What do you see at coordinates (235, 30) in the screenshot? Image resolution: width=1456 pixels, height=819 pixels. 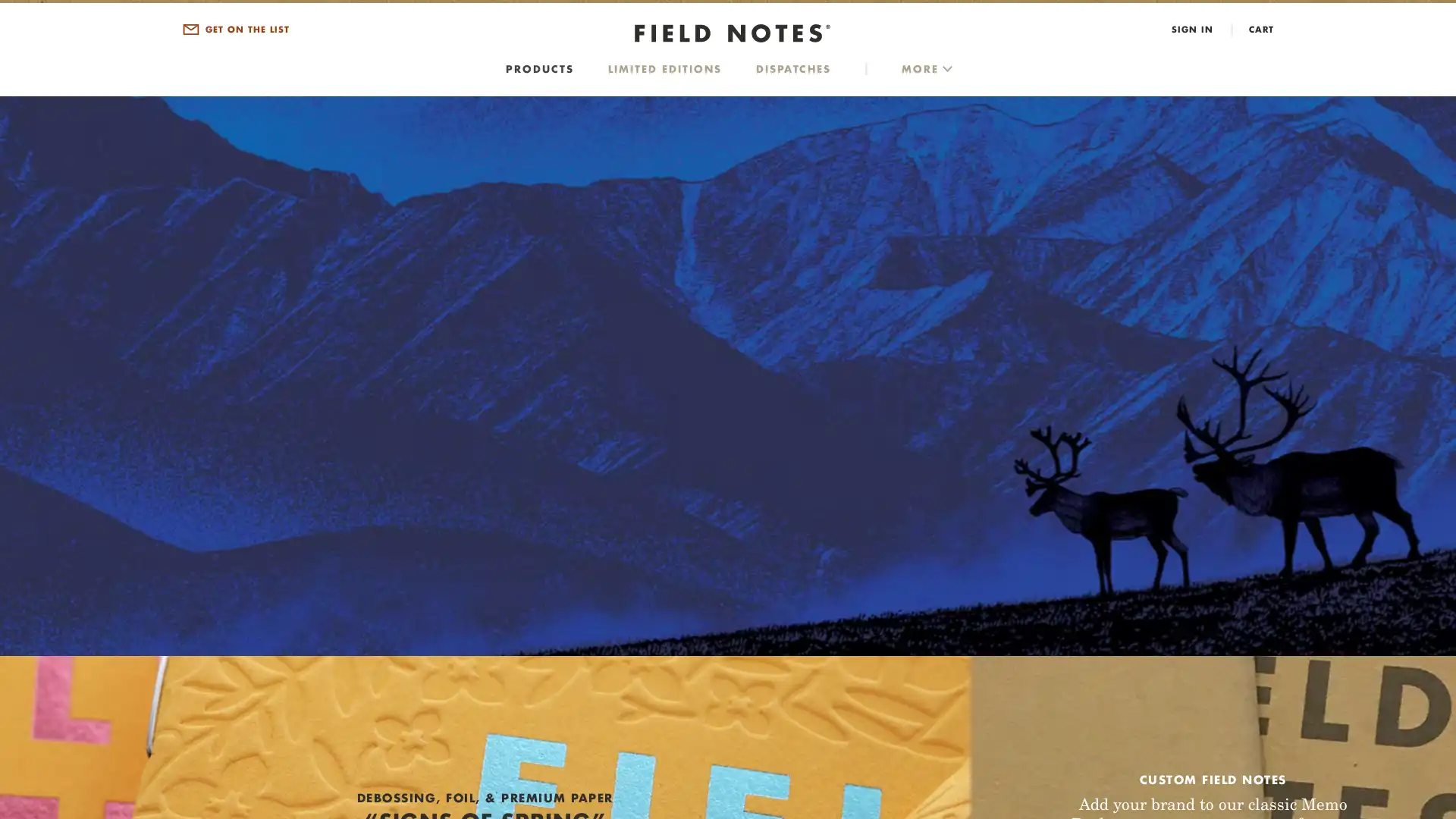 I see `GET ON THE LIST` at bounding box center [235, 30].